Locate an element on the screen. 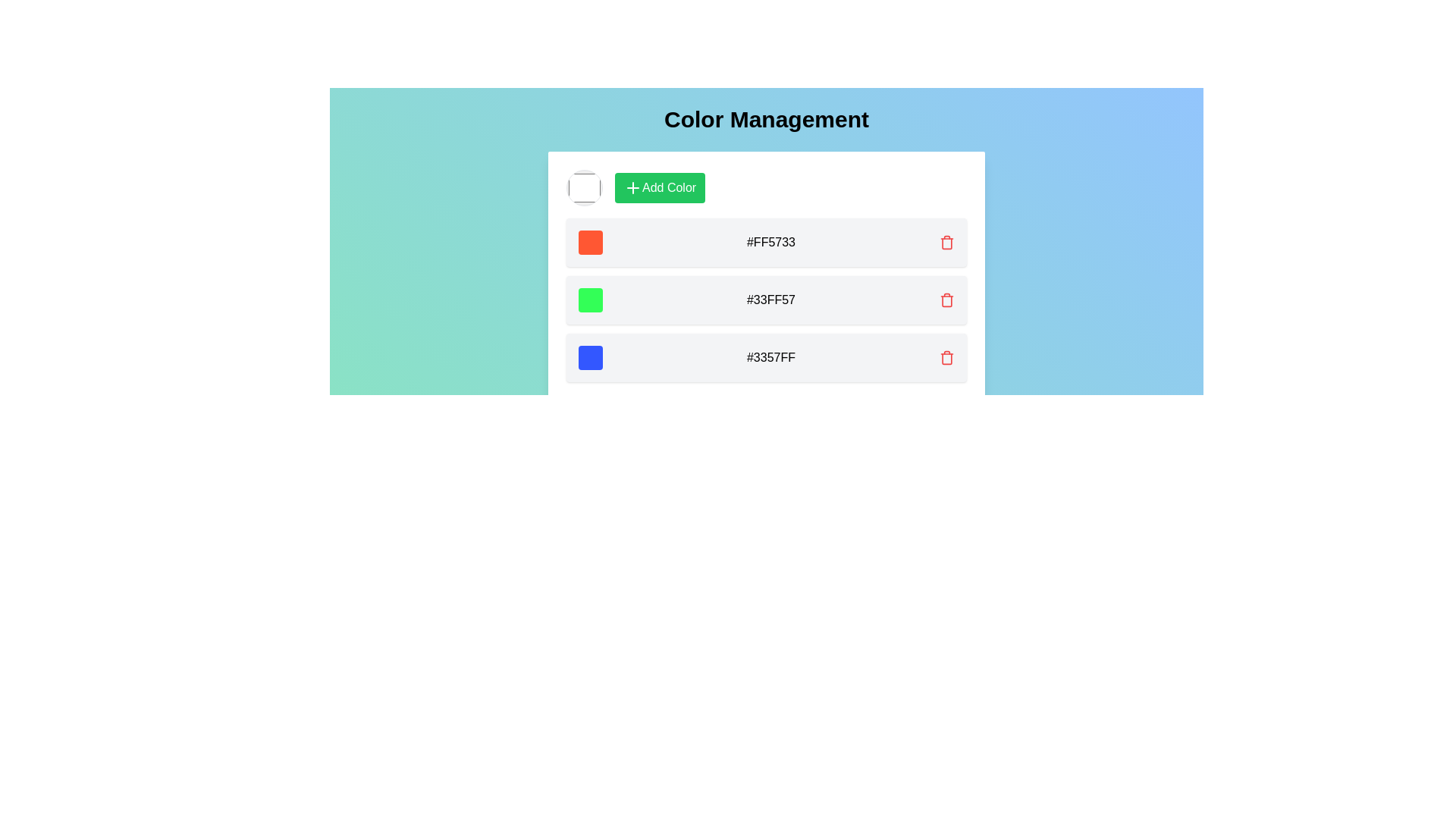  a color using the circular color picker located on the left side of the 'Add Color' button in the horizontal group under the 'Color Management' title is located at coordinates (767, 187).